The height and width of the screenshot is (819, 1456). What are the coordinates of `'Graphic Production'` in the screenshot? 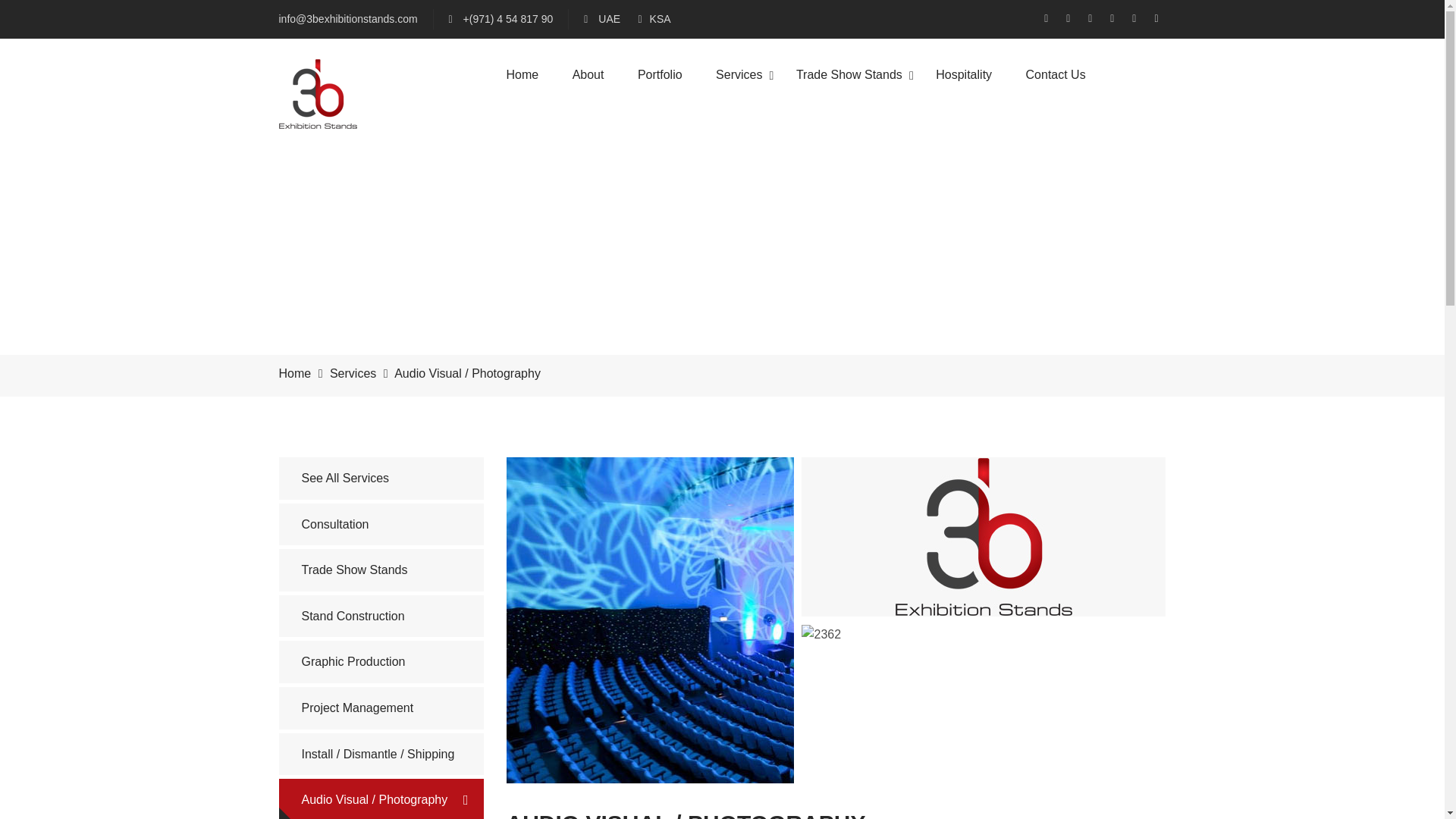 It's located at (381, 661).